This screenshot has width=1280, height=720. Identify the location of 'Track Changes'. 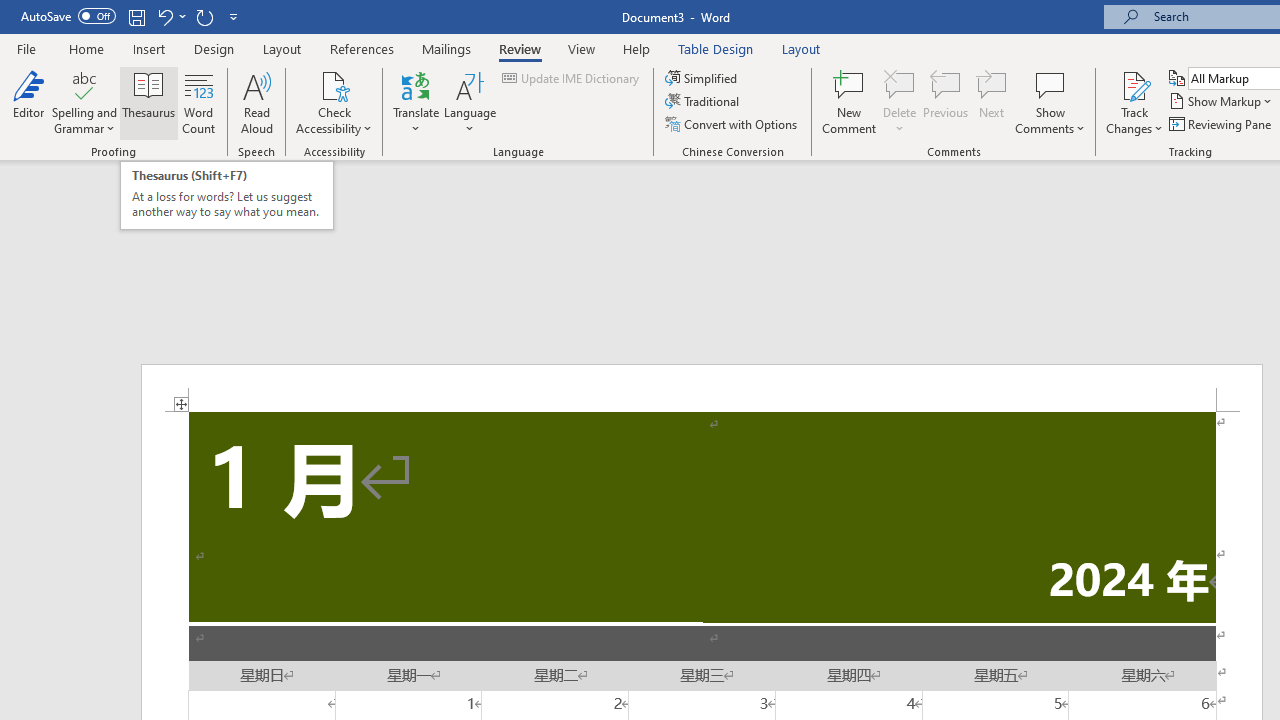
(1134, 103).